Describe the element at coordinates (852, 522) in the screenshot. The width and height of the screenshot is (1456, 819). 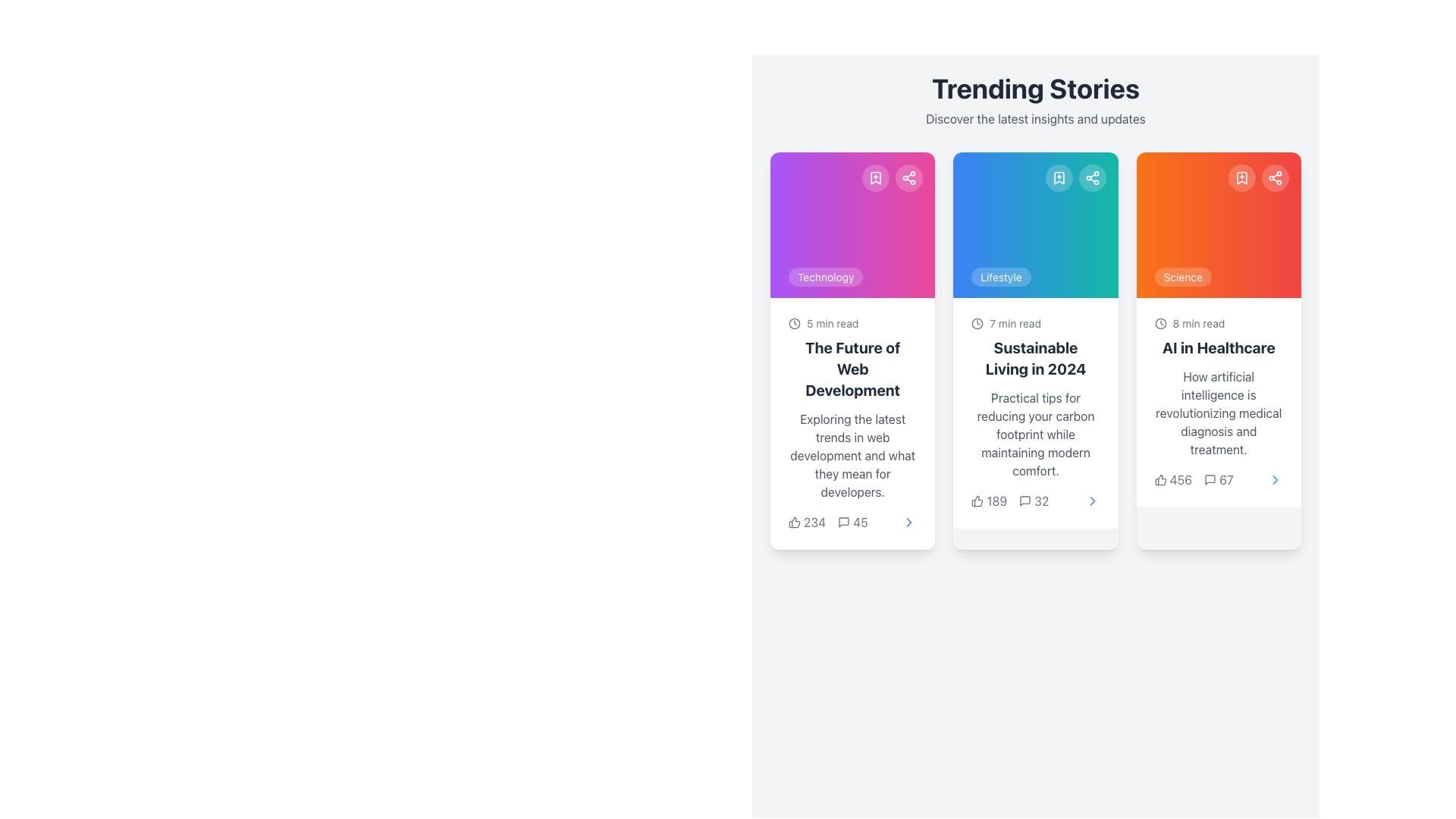
I see `the text label displaying '45' with a chat bubble icon, located at the bottom right of the first card in the 'Trending Stories' section` at that location.